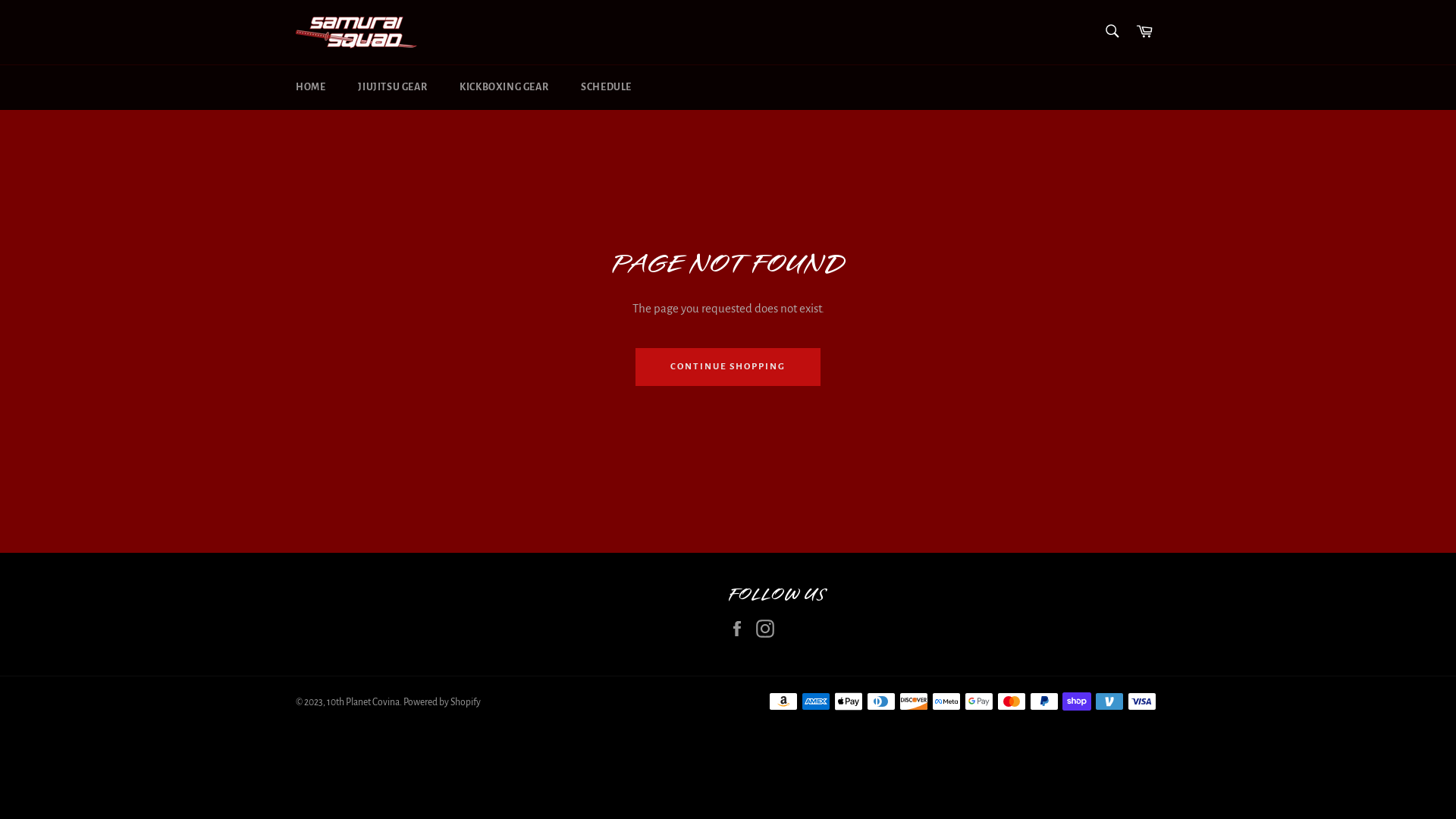 The width and height of the screenshot is (1456, 819). What do you see at coordinates (728, 366) in the screenshot?
I see `'CONTINUE SHOPPING'` at bounding box center [728, 366].